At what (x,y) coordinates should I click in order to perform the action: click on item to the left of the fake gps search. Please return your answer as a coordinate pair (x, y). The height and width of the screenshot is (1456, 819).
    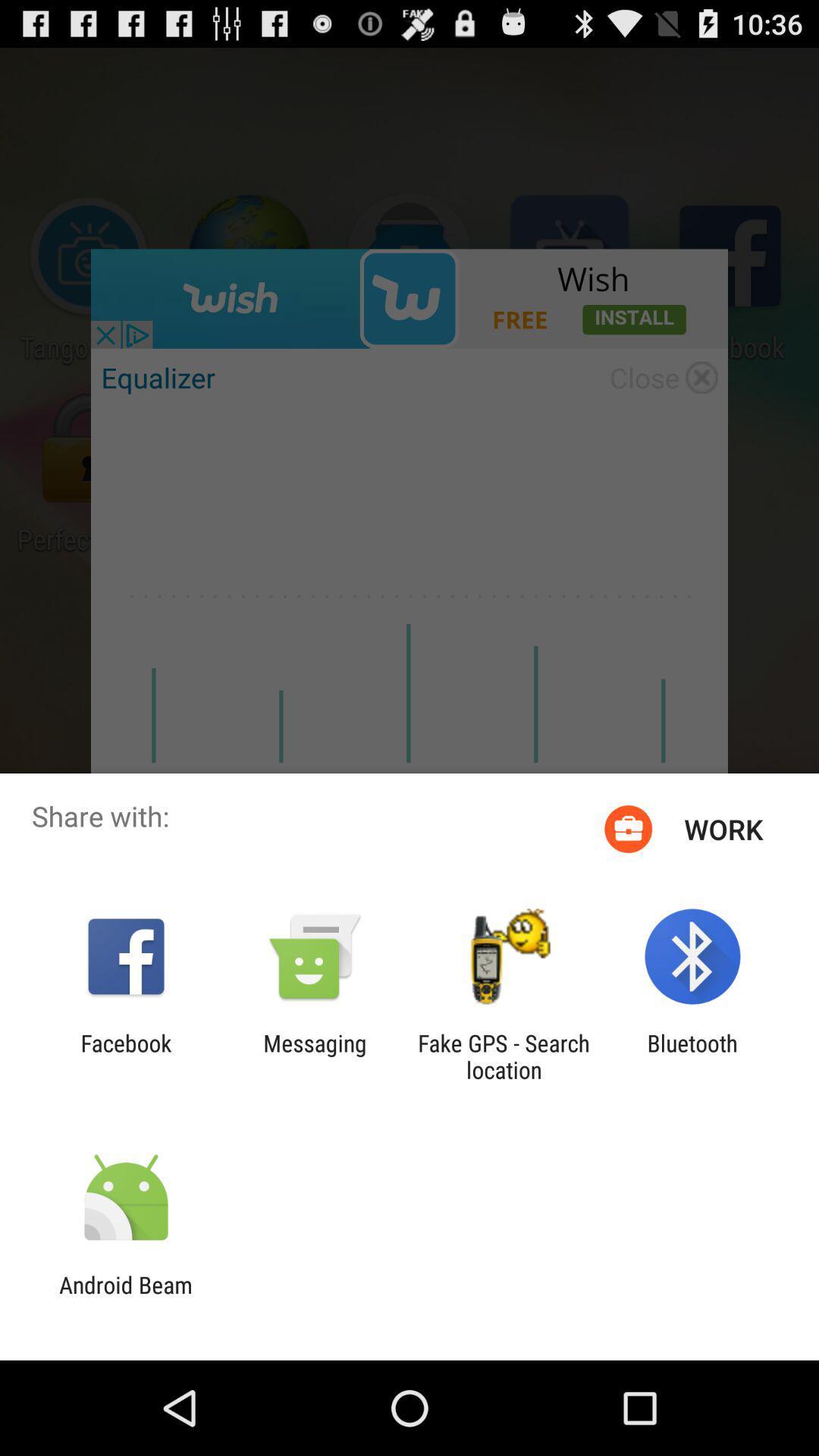
    Looking at the image, I should click on (314, 1056).